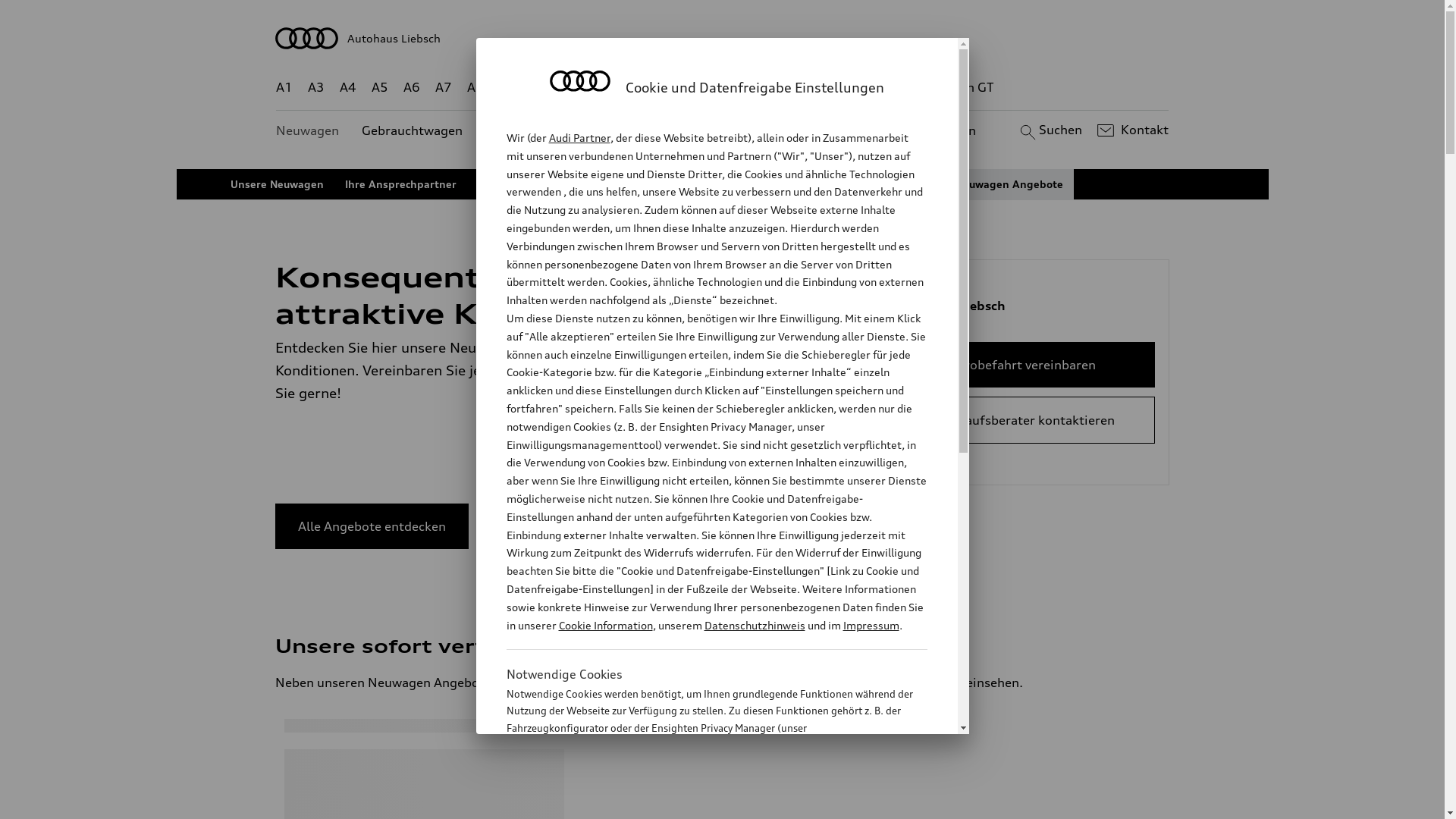 This screenshot has width=1456, height=819. Describe the element at coordinates (1048, 130) in the screenshot. I see `'Suchen'` at that location.